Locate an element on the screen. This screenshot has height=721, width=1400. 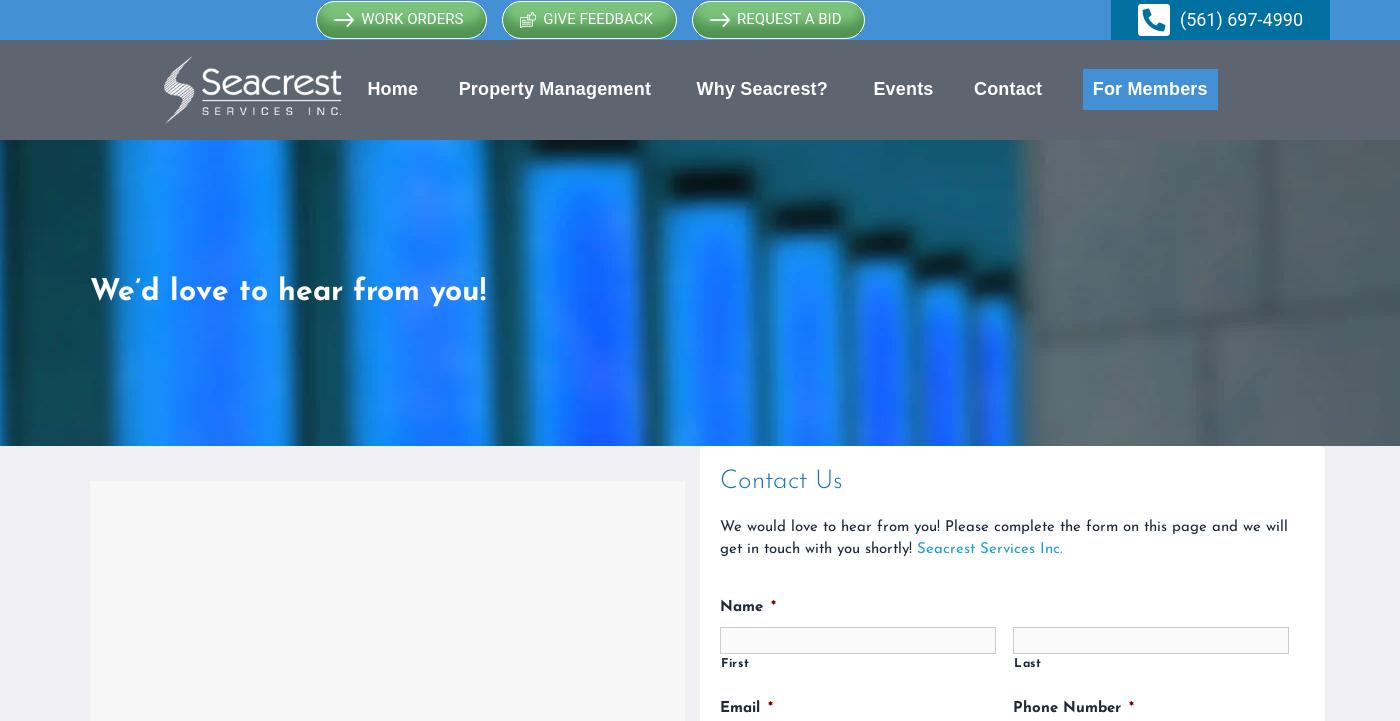
'Email' is located at coordinates (740, 707).